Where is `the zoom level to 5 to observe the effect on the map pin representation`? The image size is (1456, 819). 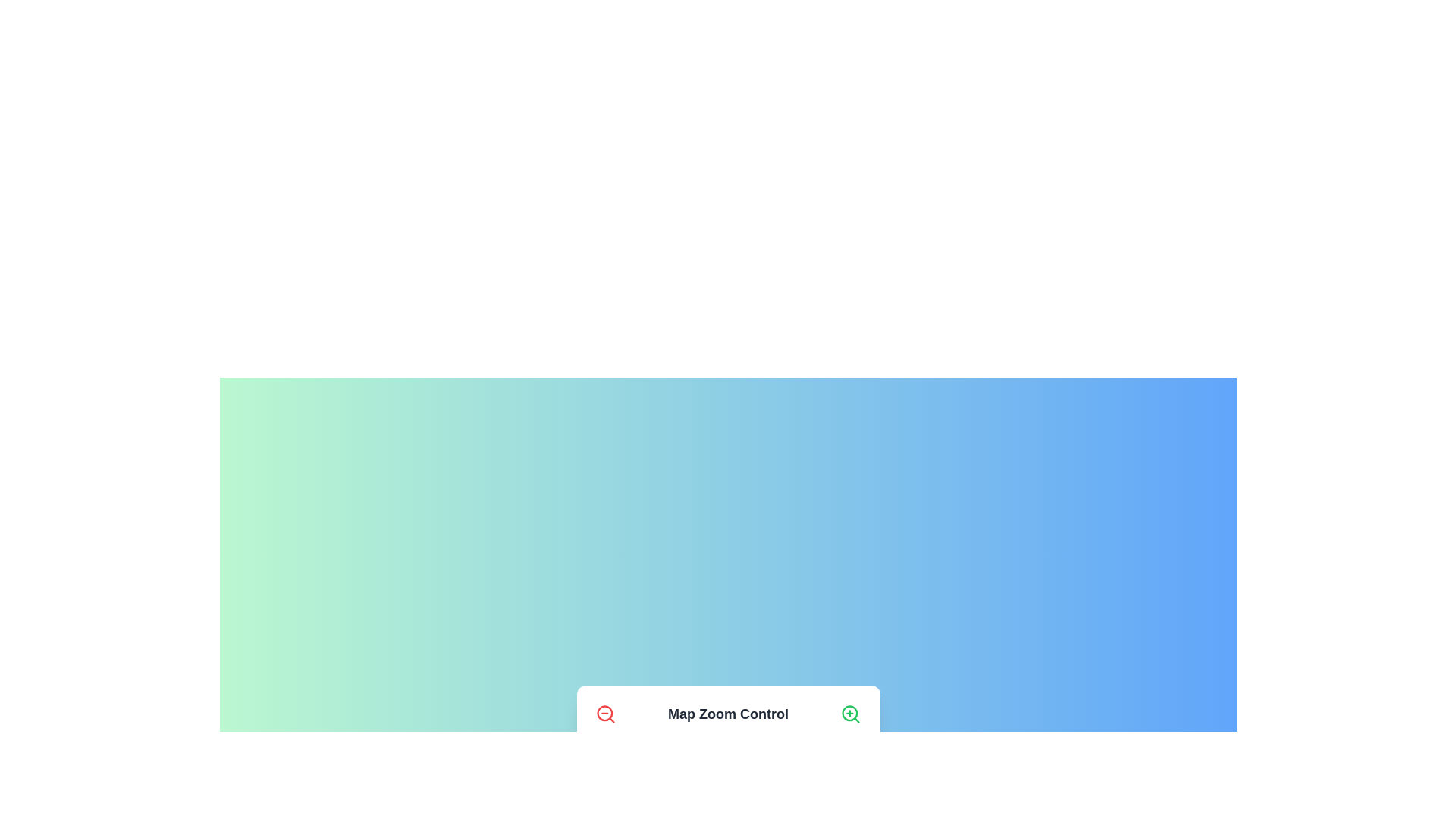
the zoom level to 5 to observe the effect on the map pin representation is located at coordinates (712, 761).